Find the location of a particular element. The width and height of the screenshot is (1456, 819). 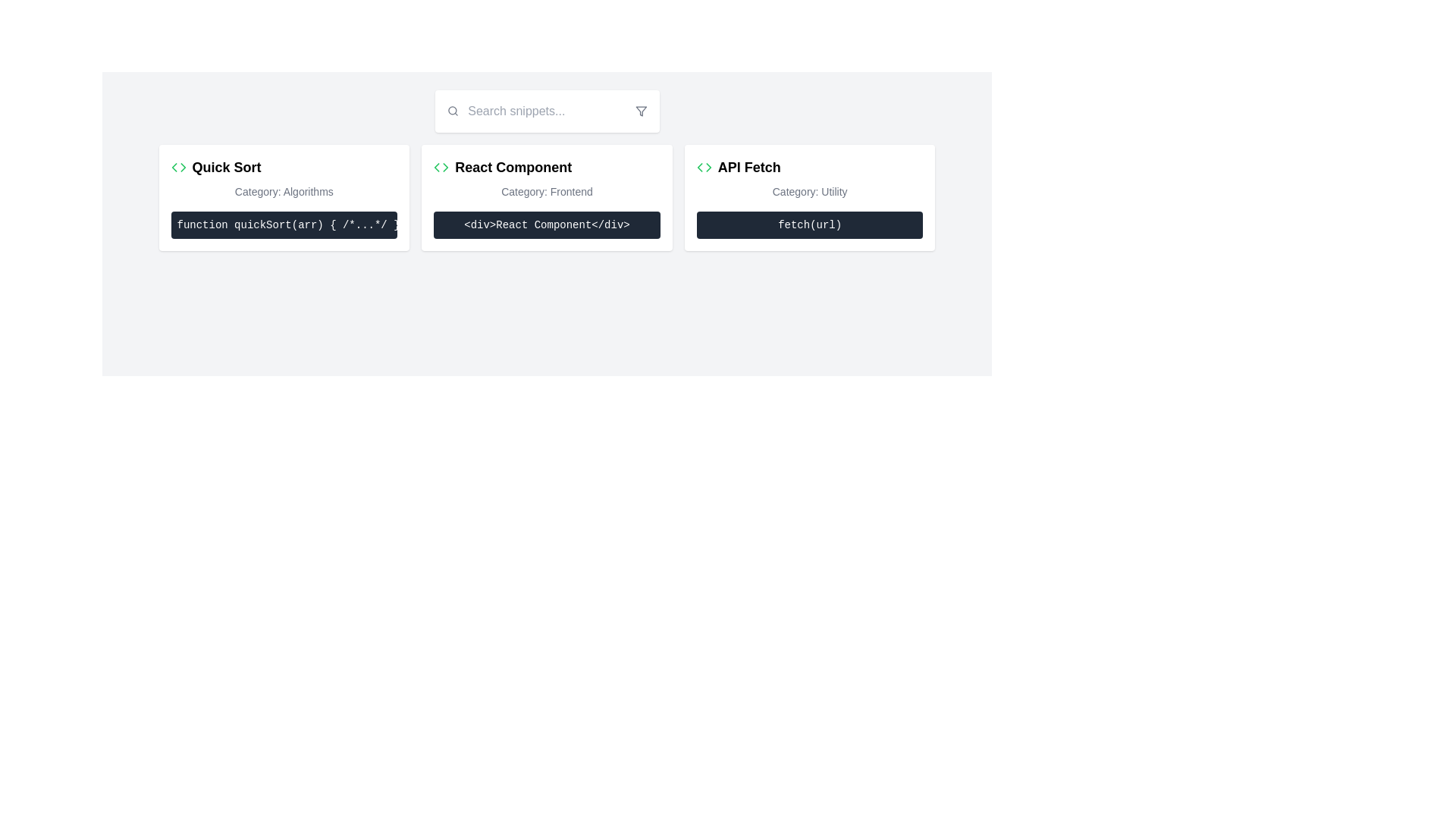

the filter icon located in the upper-right part of the interface, which is used for narrowing down displayed data or options based on specific criteria is located at coordinates (641, 110).